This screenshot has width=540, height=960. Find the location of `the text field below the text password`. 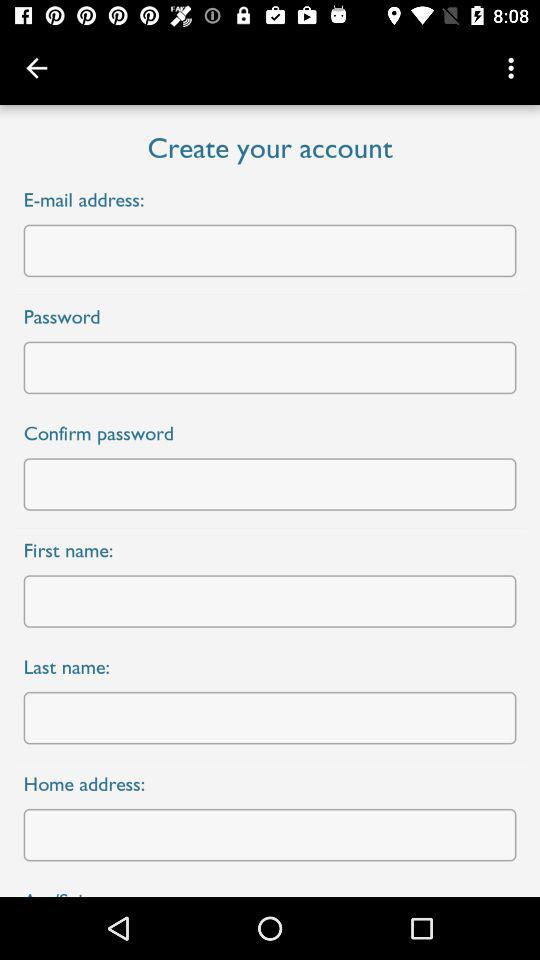

the text field below the text password is located at coordinates (270, 366).